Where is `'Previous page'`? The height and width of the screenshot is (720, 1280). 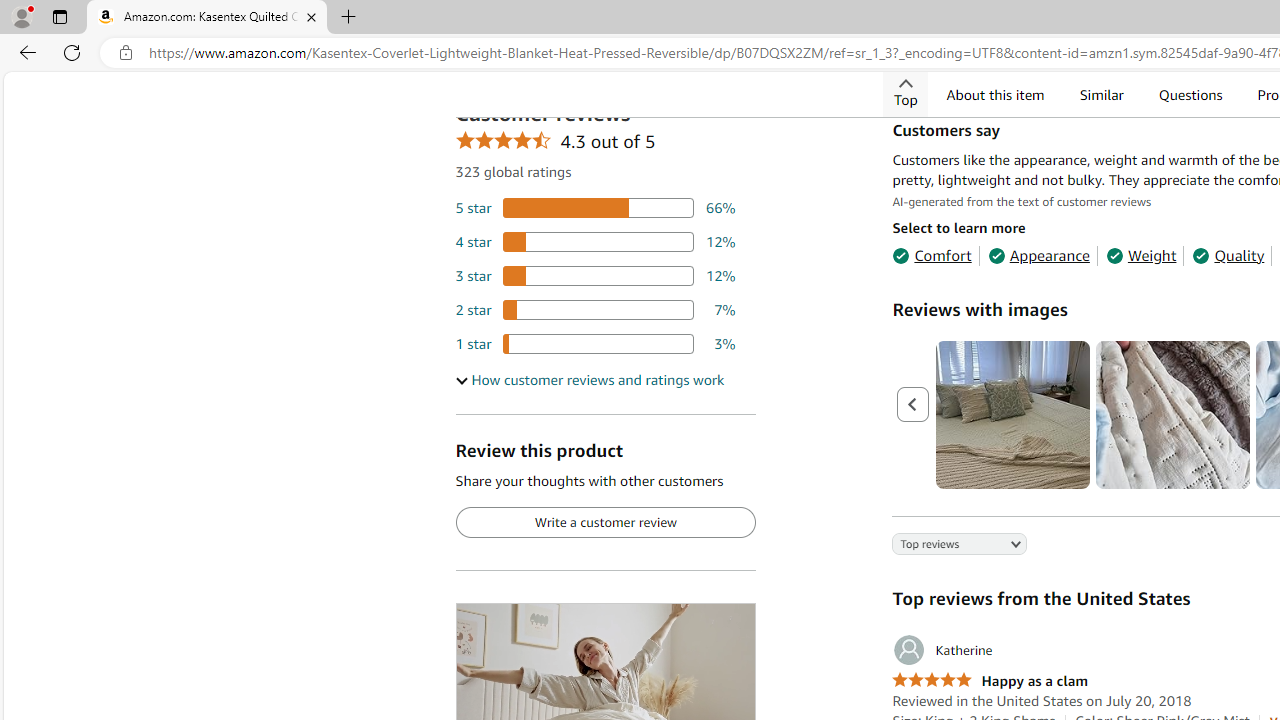 'Previous page' is located at coordinates (912, 405).